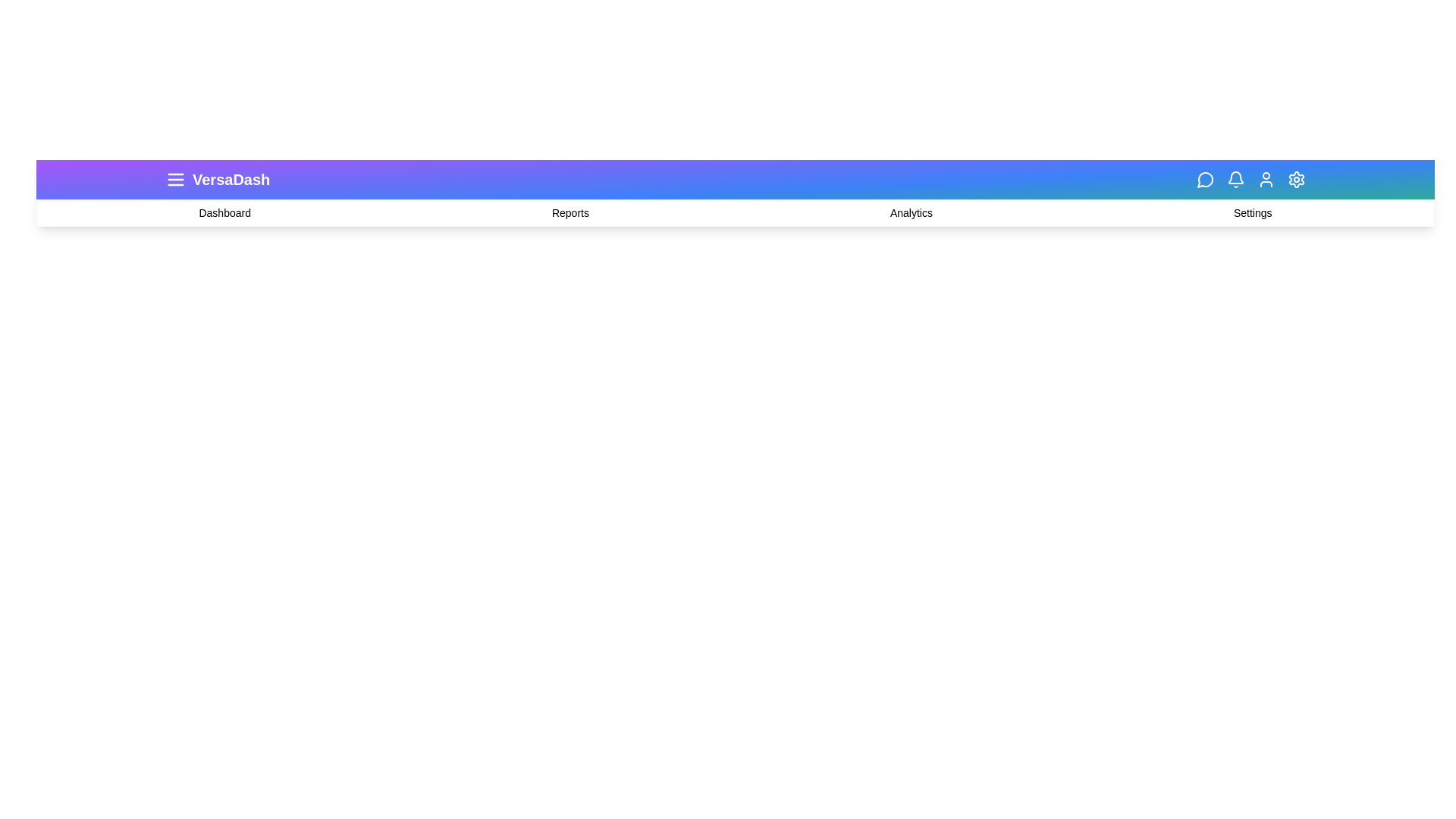 This screenshot has width=1456, height=819. Describe the element at coordinates (1266, 178) in the screenshot. I see `the 'User' icon to interact with it` at that location.